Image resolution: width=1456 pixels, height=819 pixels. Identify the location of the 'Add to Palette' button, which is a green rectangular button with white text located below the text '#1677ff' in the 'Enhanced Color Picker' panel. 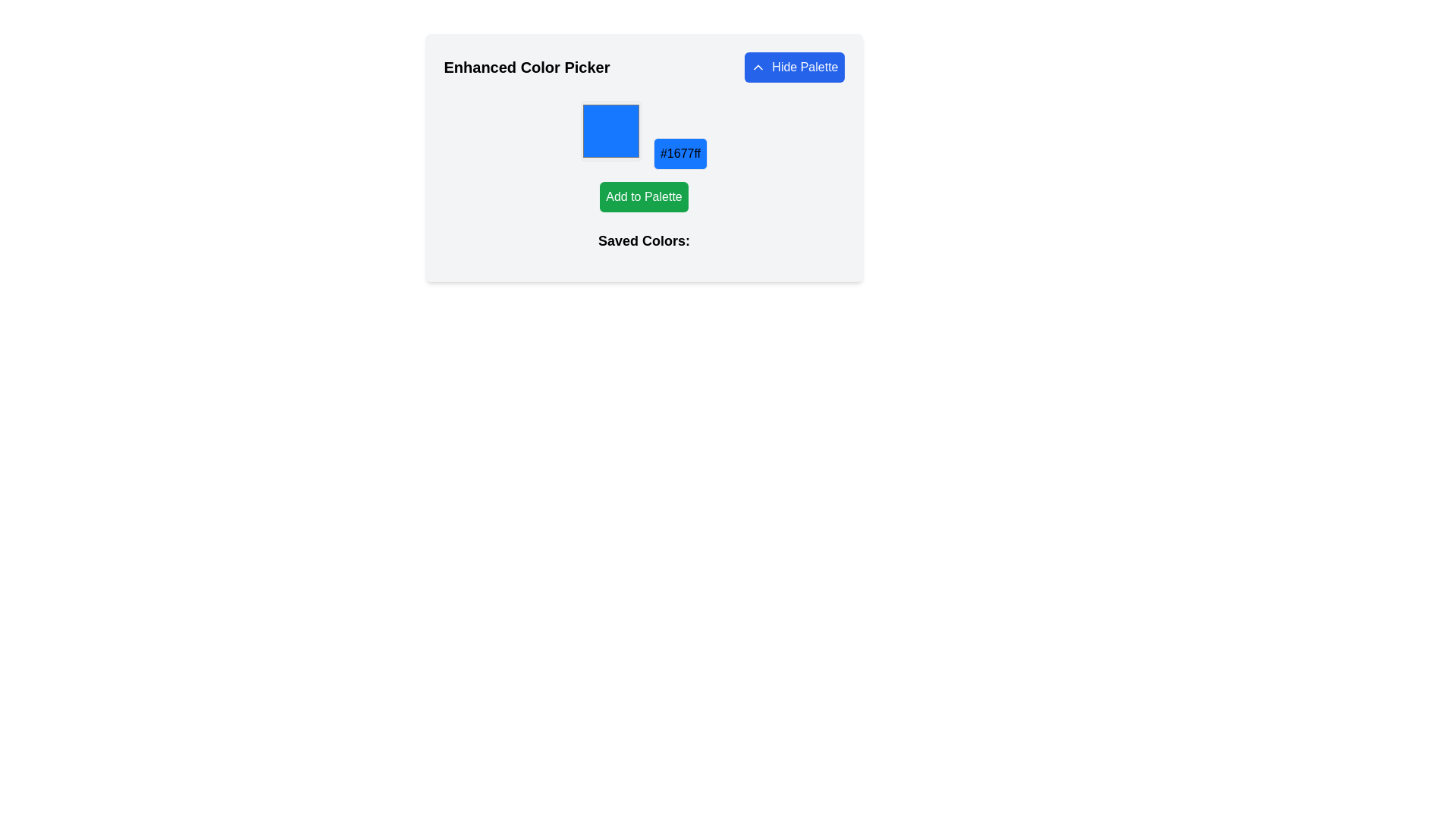
(644, 196).